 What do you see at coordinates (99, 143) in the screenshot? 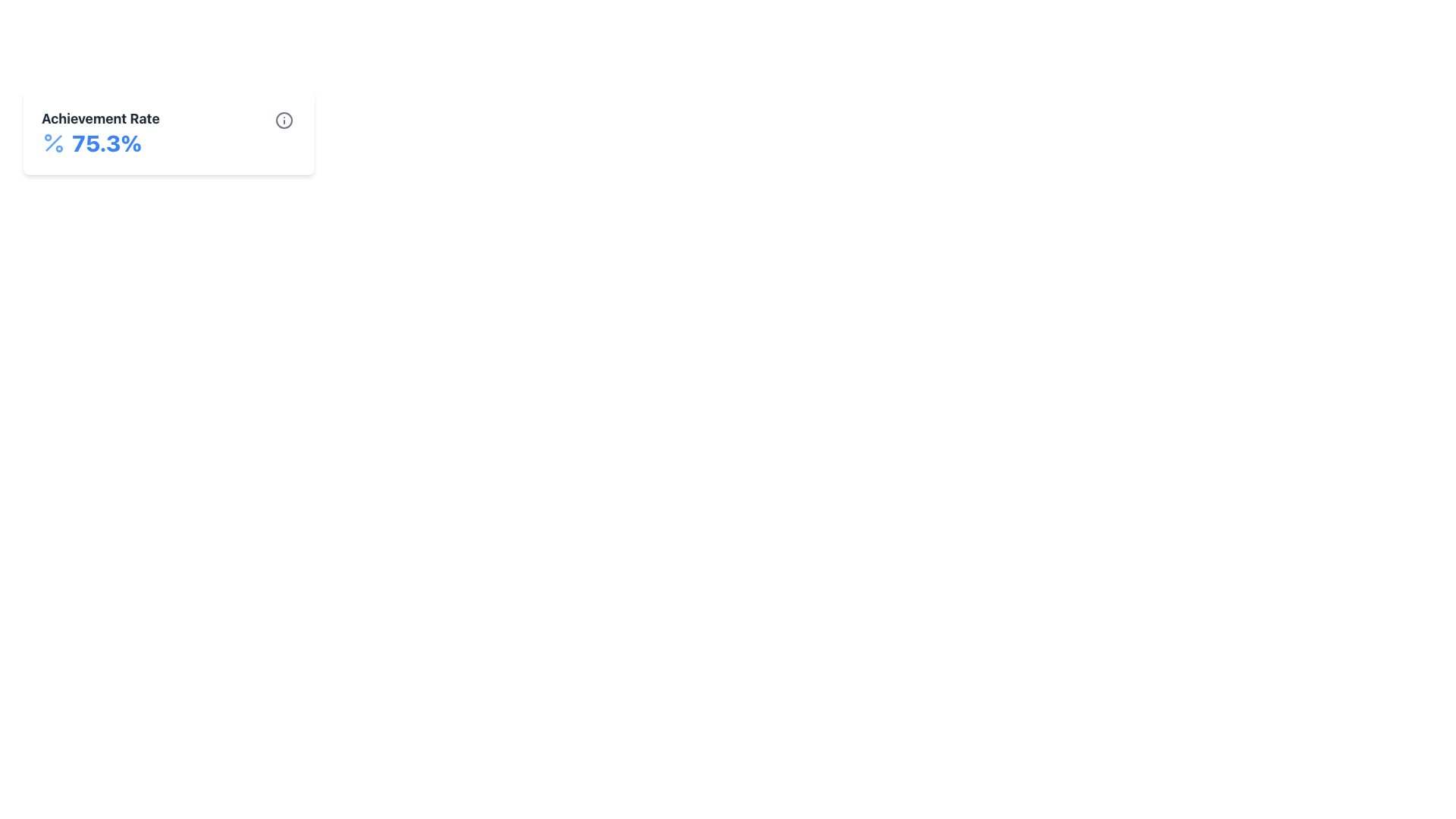
I see `value of the percentage text element that visually represents the achievement rate, located below the 'Achievement Rate' text and above minor graphical elements` at bounding box center [99, 143].